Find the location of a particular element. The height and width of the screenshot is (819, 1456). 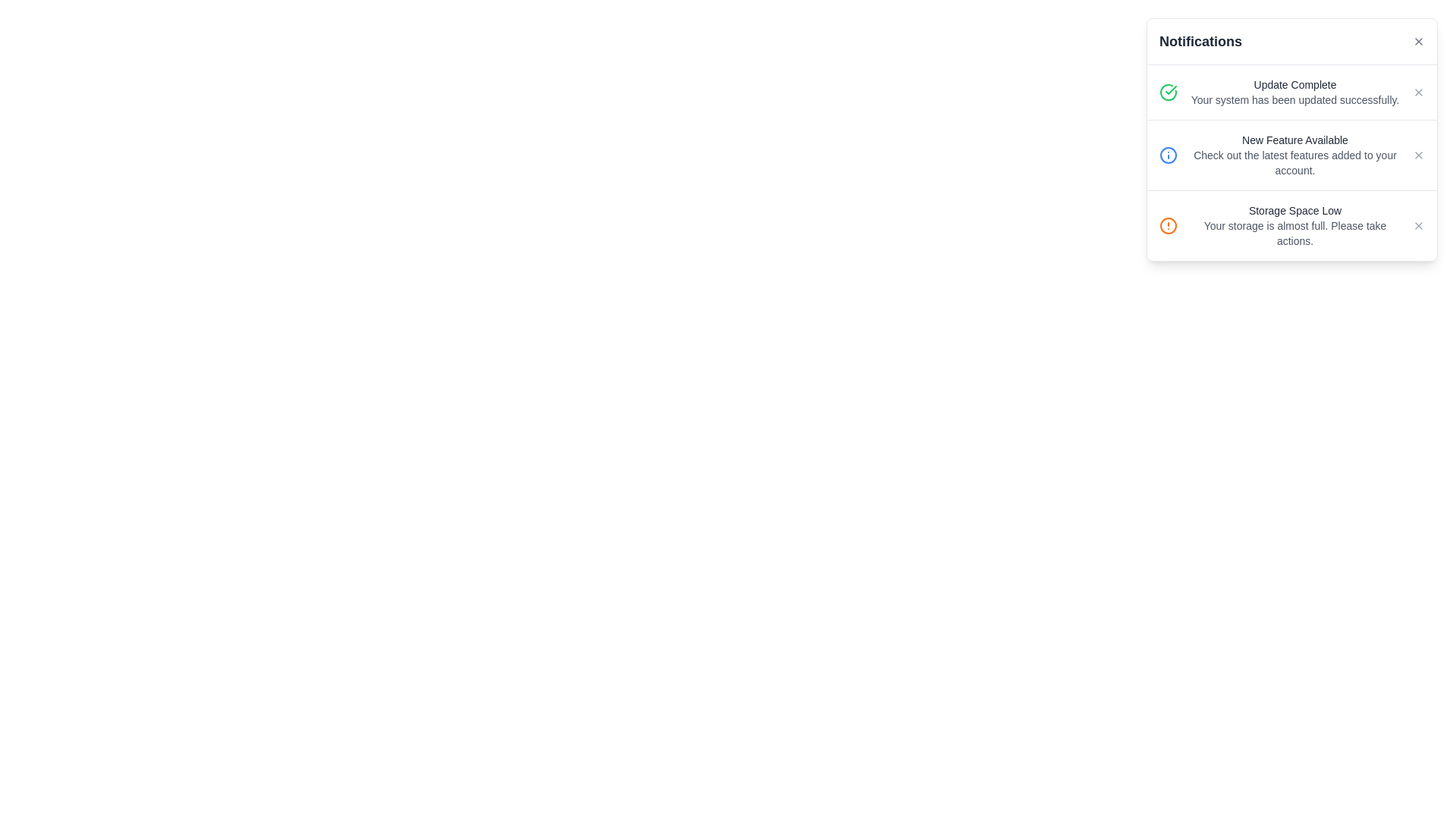

the second notification in the vertical list of notifications, which informs the user about new features added to their account is located at coordinates (1294, 155).